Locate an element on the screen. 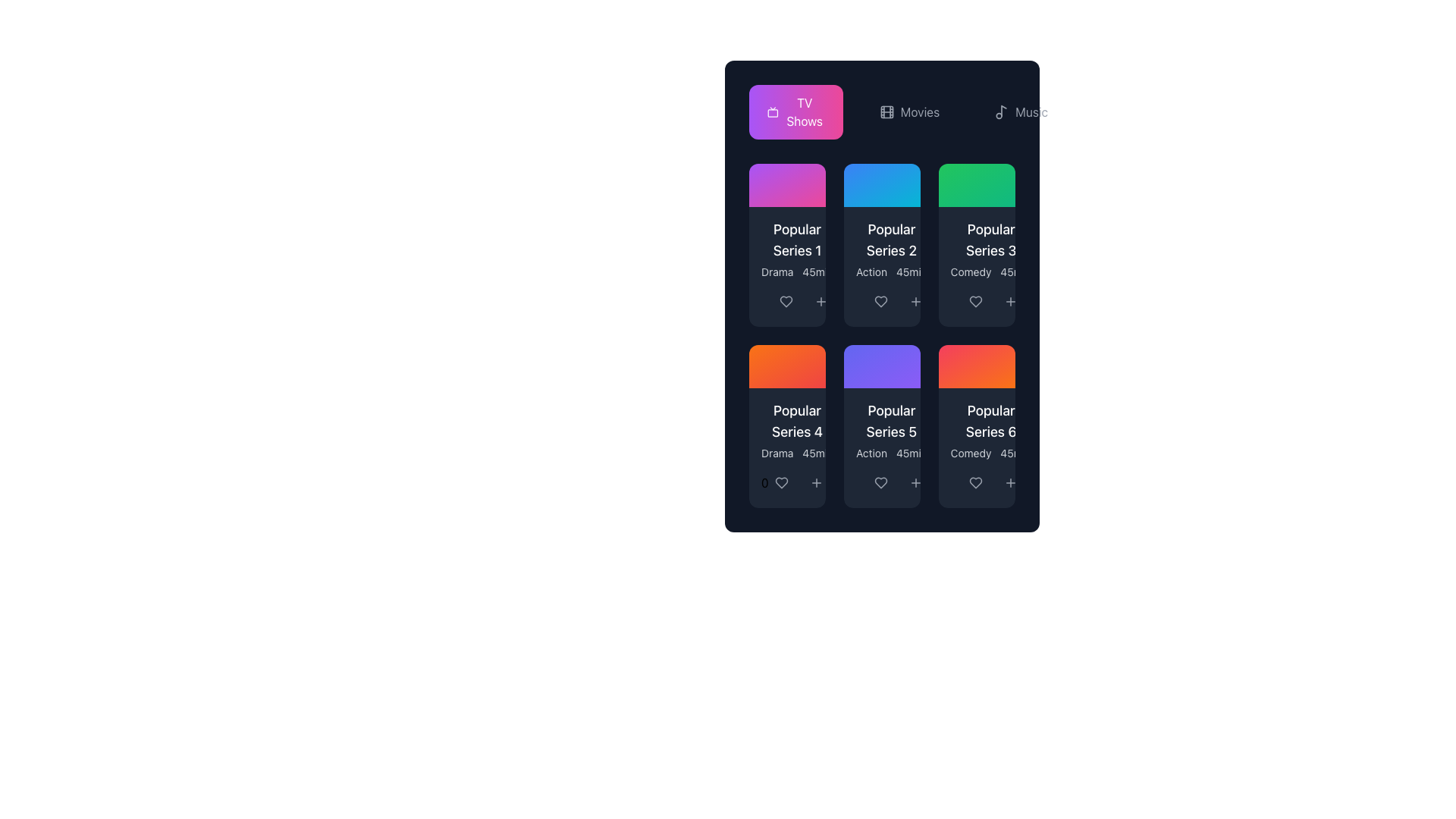 The image size is (1456, 819). the text label displaying 'Action 45min' located beneath the title 'Popular Series 2' in the card layout is located at coordinates (892, 271).